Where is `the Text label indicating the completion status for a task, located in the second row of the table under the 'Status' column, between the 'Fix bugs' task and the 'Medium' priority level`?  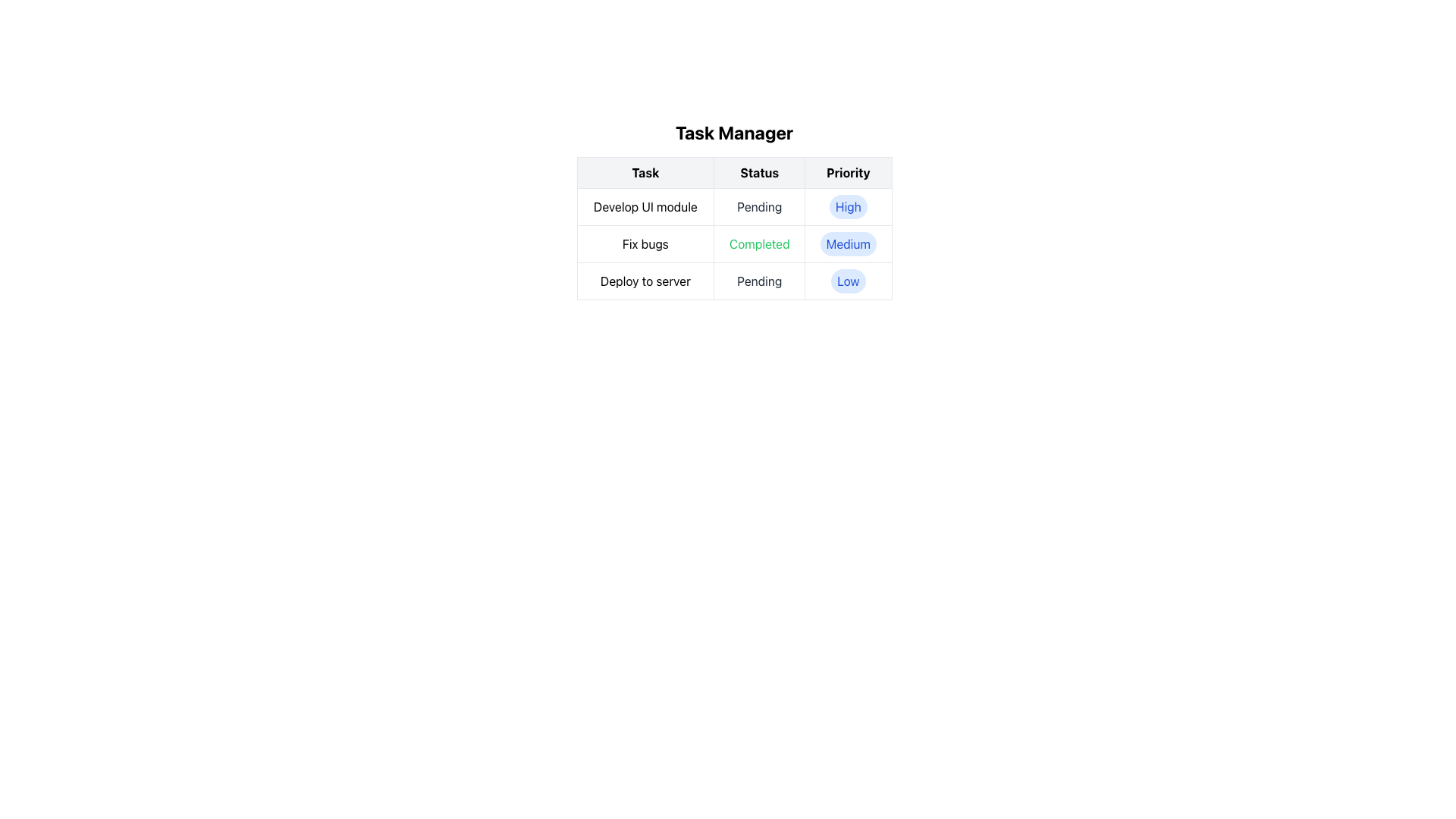
the Text label indicating the completion status for a task, located in the second row of the table under the 'Status' column, between the 'Fix bugs' task and the 'Medium' priority level is located at coordinates (759, 243).